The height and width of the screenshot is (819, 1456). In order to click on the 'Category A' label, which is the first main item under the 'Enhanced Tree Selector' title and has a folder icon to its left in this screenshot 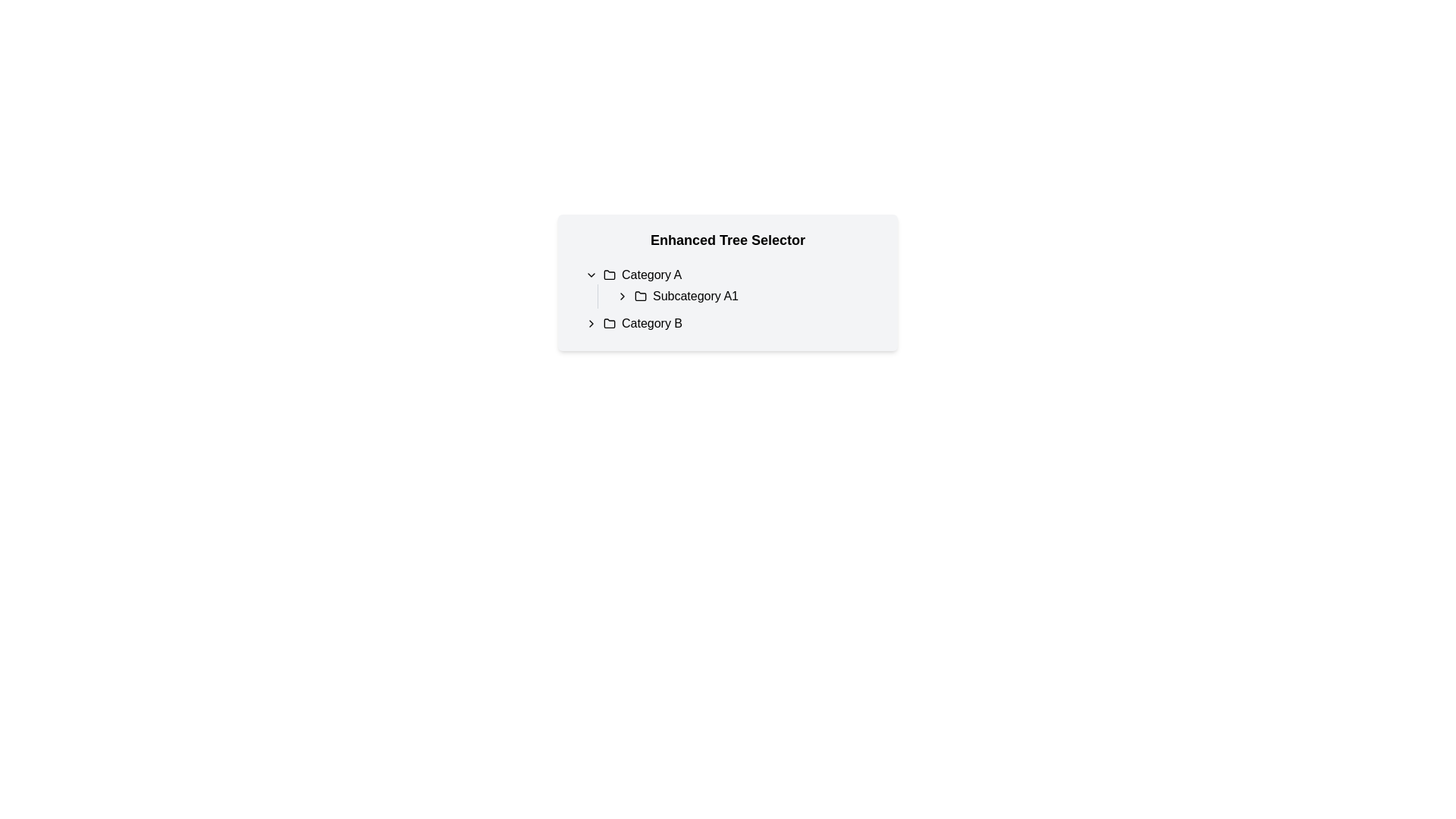, I will do `click(651, 275)`.